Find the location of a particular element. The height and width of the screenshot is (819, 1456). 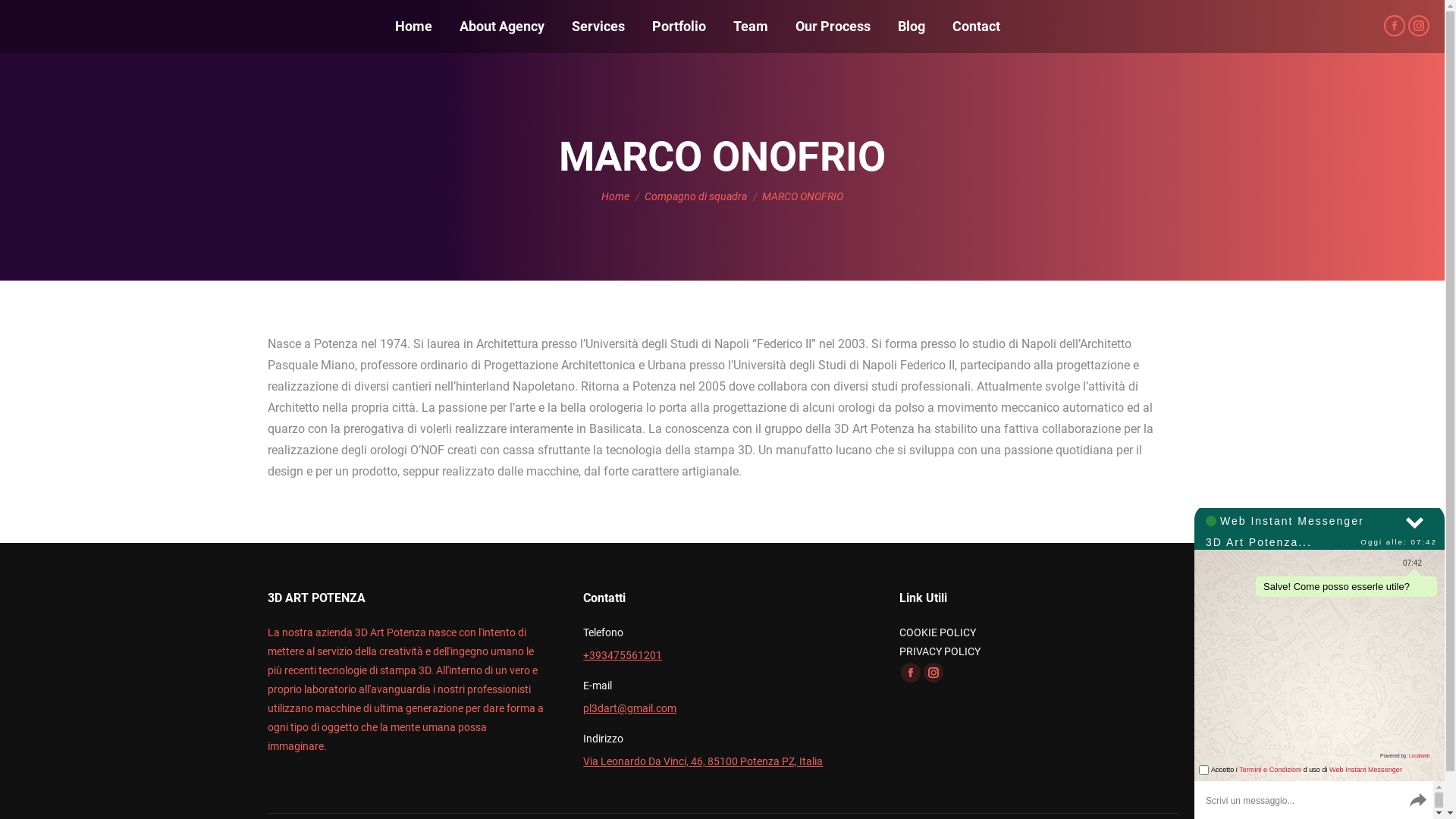

'Blog' is located at coordinates (910, 26).